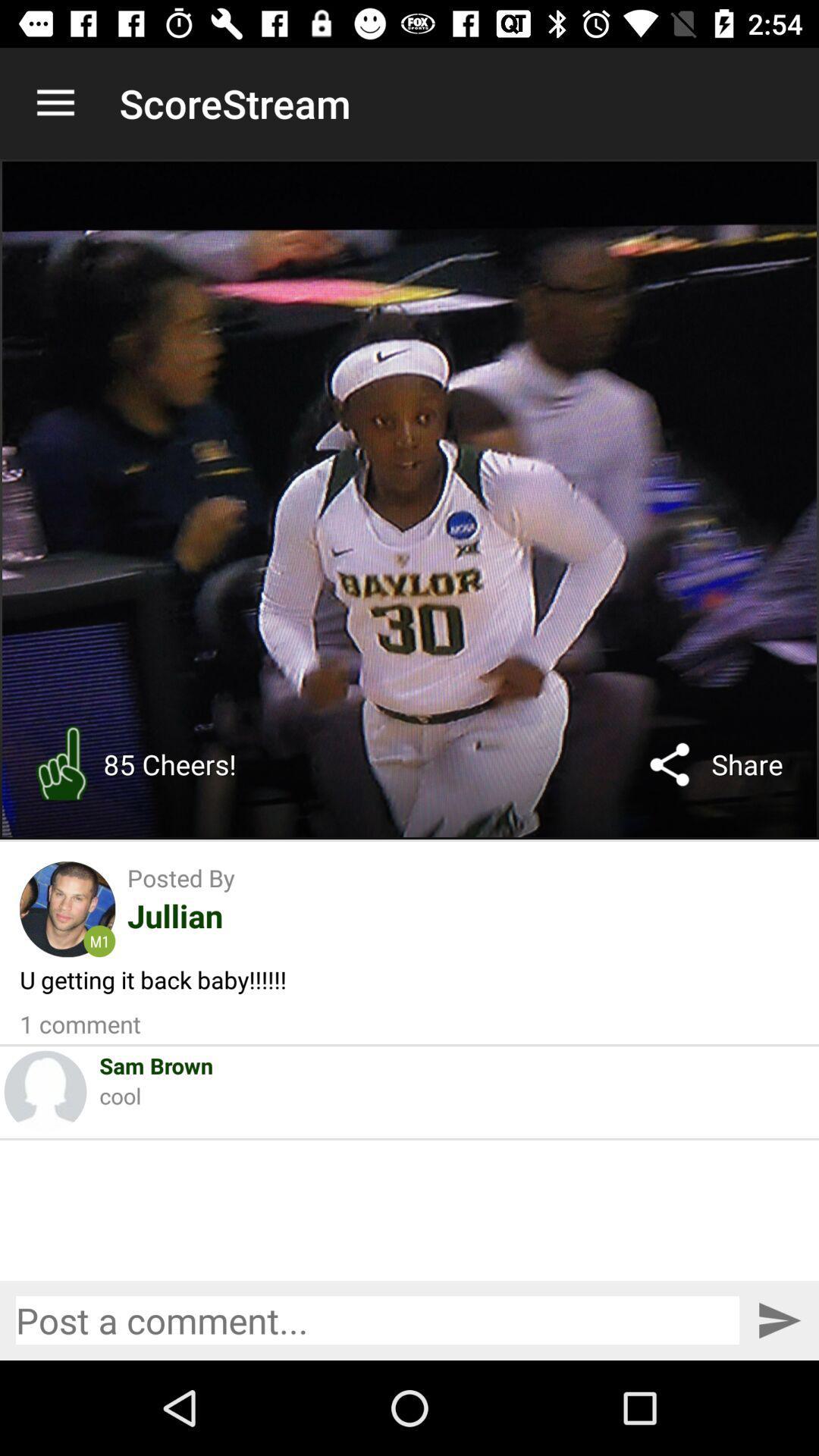  What do you see at coordinates (669, 764) in the screenshot?
I see `the icon next to the share icon` at bounding box center [669, 764].